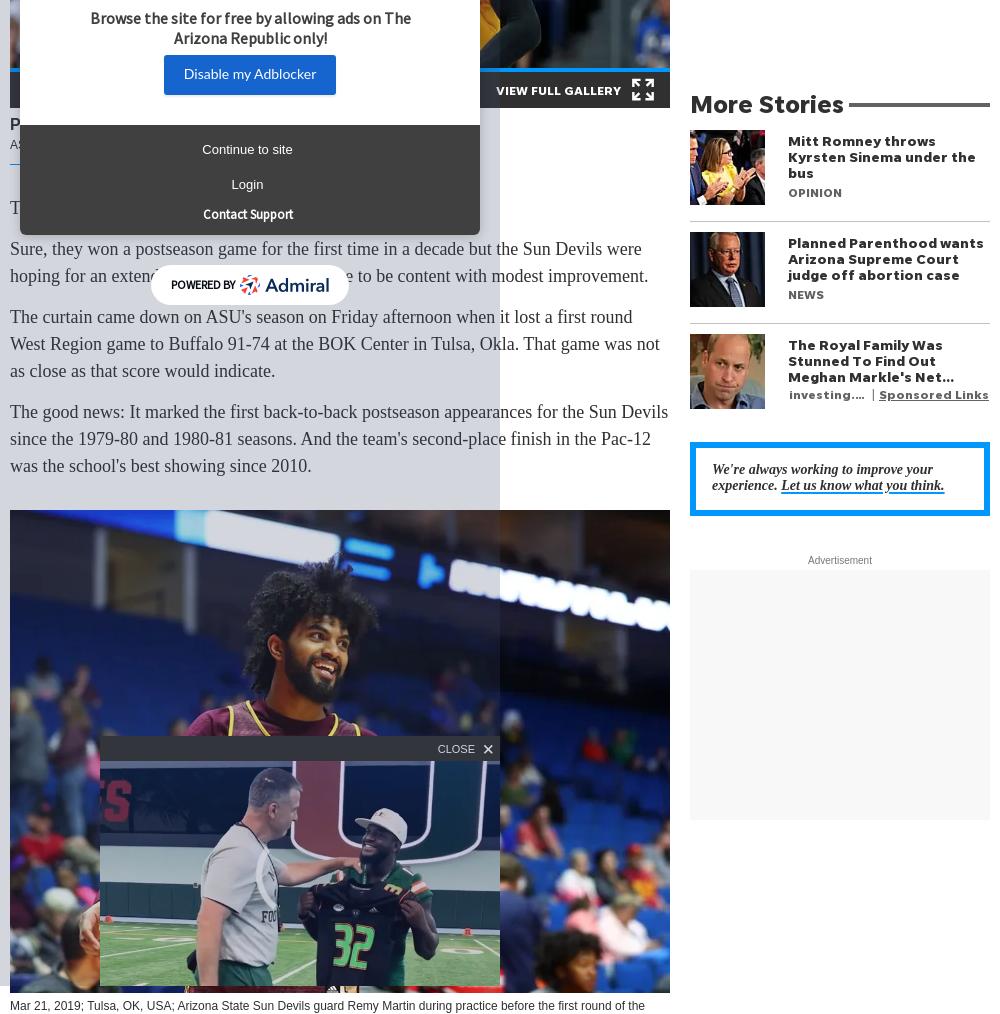 This screenshot has height=1014, width=1000. What do you see at coordinates (333, 343) in the screenshot?
I see `'The curtain came down on ASU's season on Friday afternoon when it lost a first round West Region game to Buffalo 91-74 at the BOK Center in Tulsa, Okla. That game was not as close as that score would indicate.'` at bounding box center [333, 343].